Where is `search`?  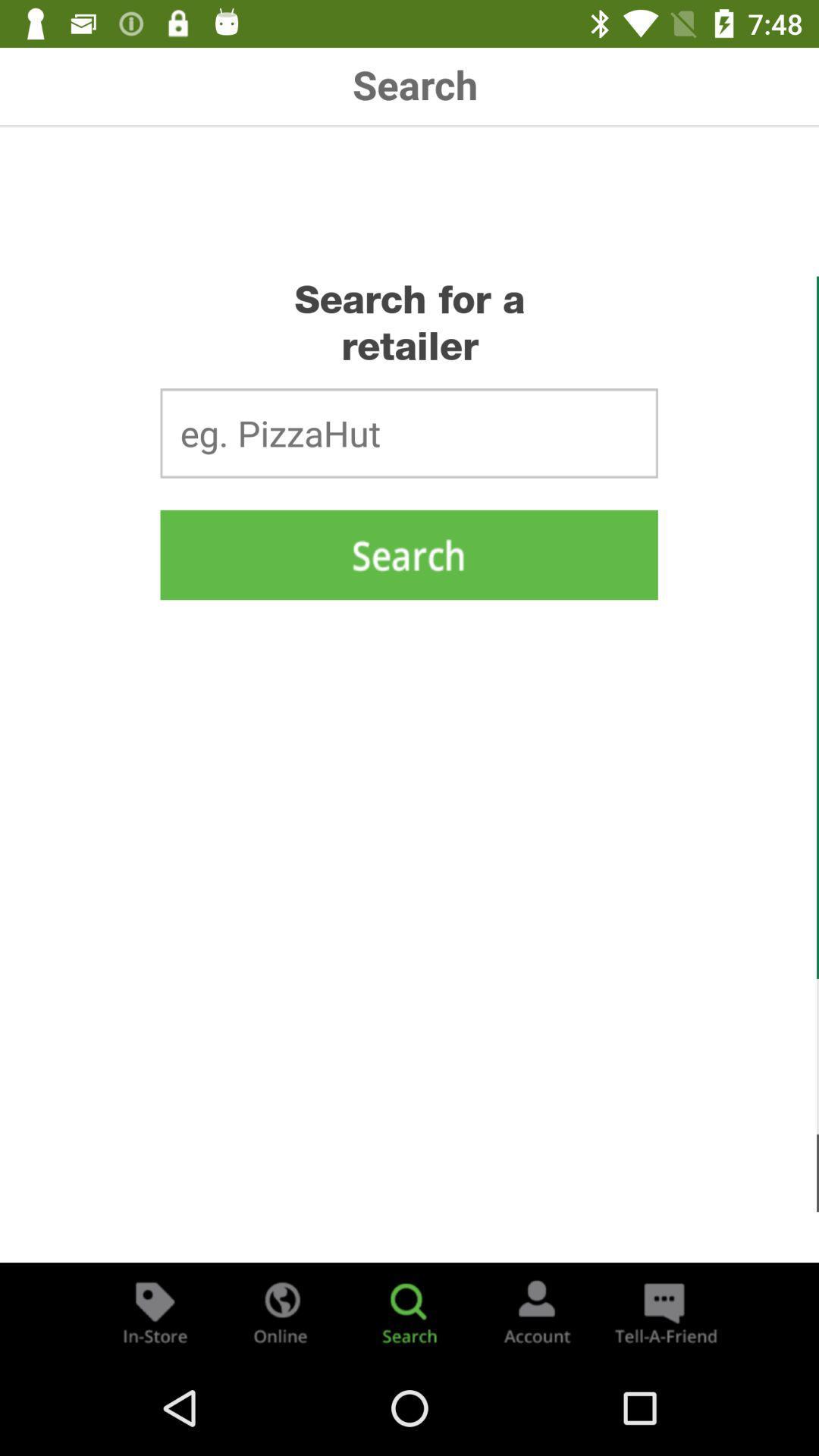 search is located at coordinates (409, 1310).